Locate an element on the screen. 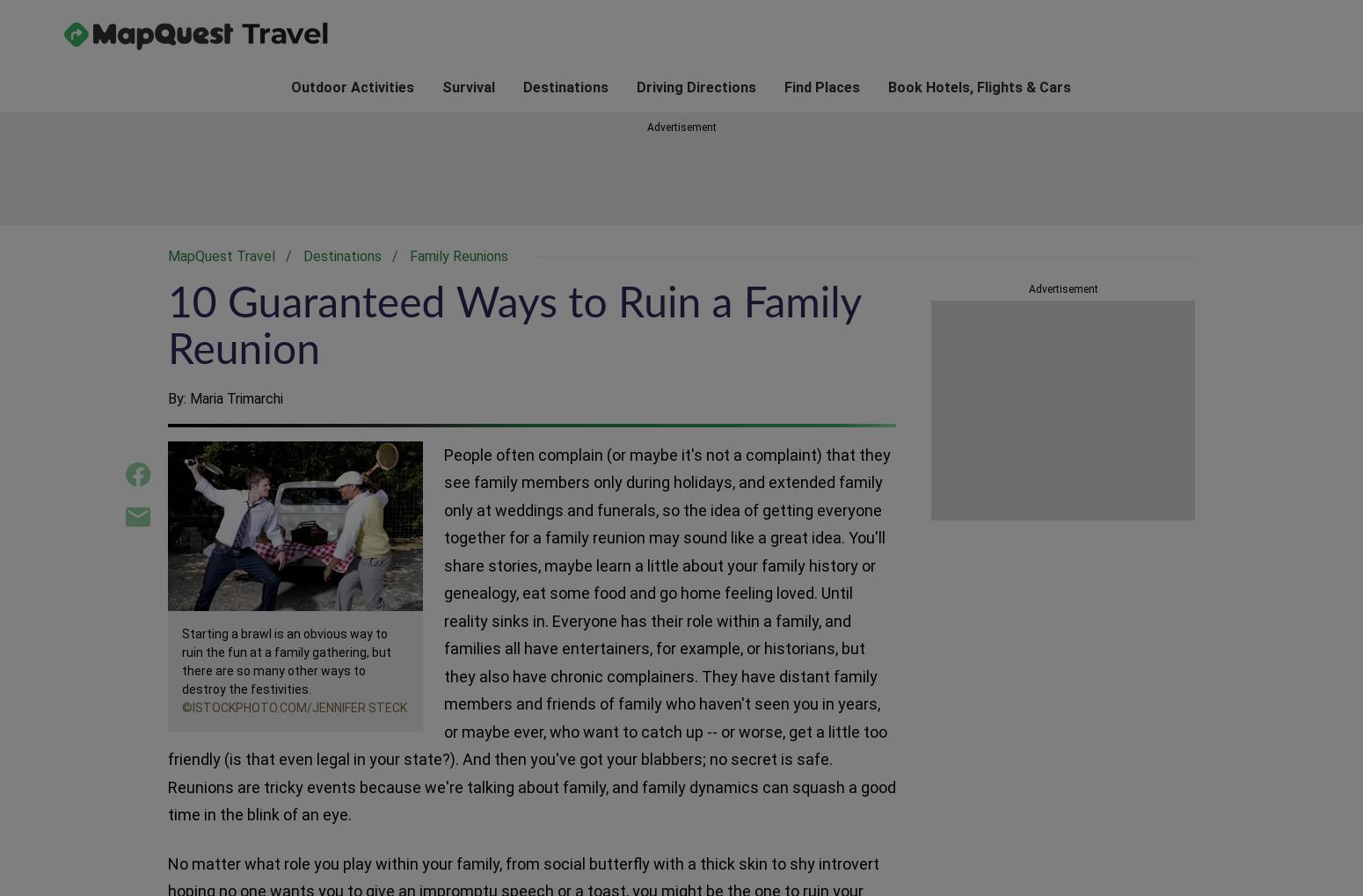 The height and width of the screenshot is (896, 1363). 'By:' is located at coordinates (178, 397).